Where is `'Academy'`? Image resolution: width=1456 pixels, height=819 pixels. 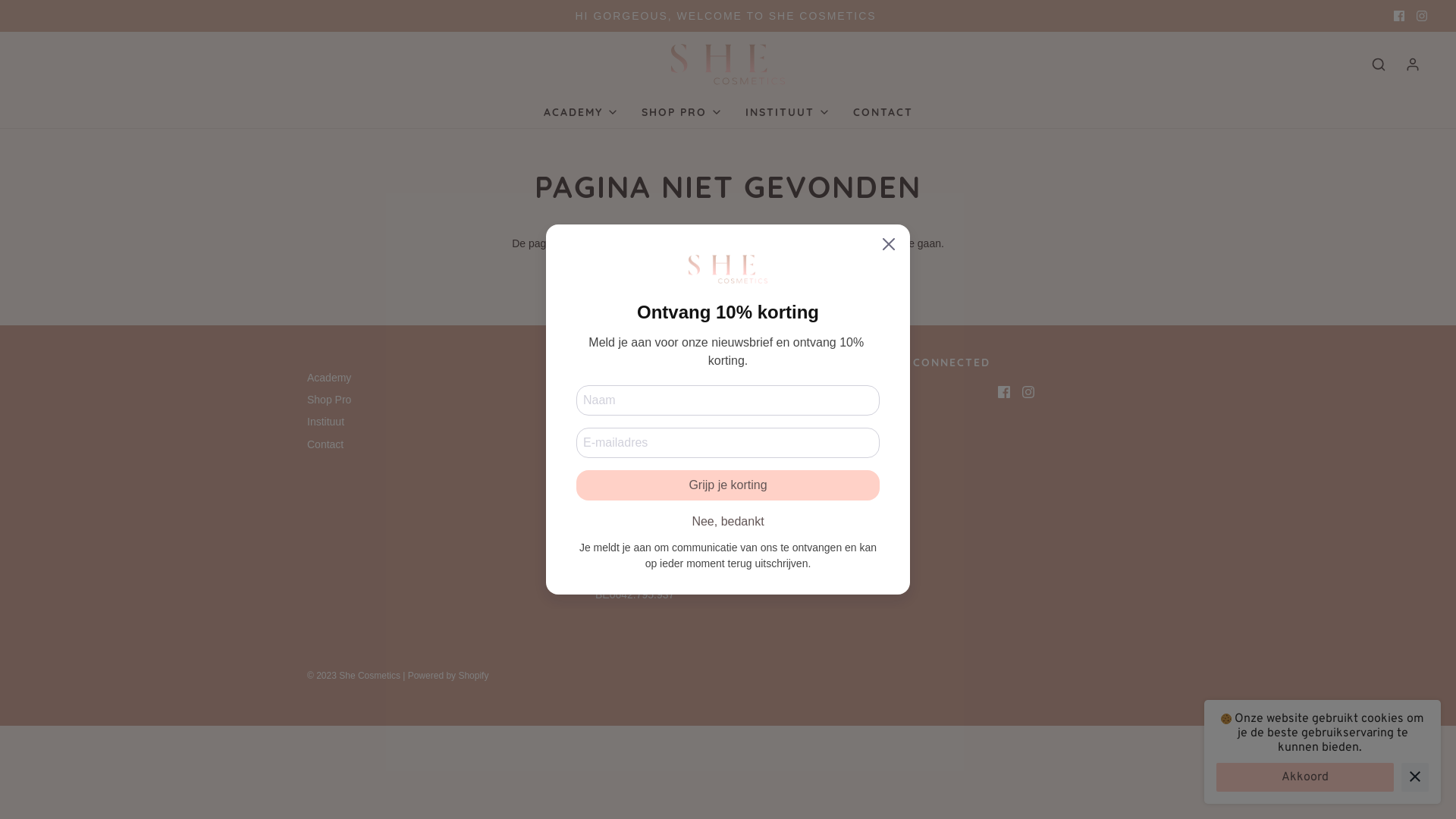 'Academy' is located at coordinates (328, 378).